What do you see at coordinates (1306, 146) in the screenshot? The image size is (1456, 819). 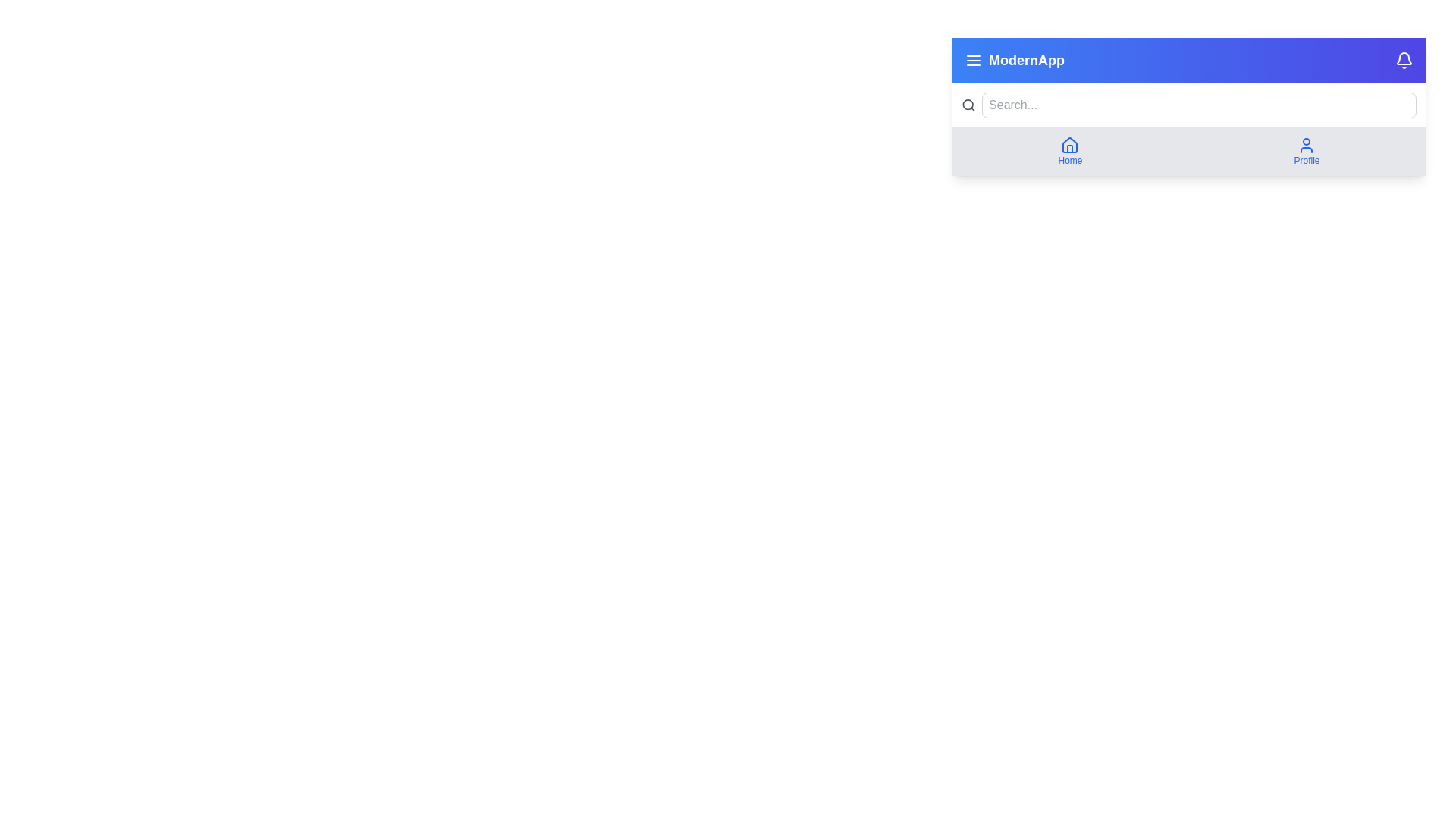 I see `the minimalistic blue user profile icon located in the top-right portion of the interface within the navigation bar` at bounding box center [1306, 146].